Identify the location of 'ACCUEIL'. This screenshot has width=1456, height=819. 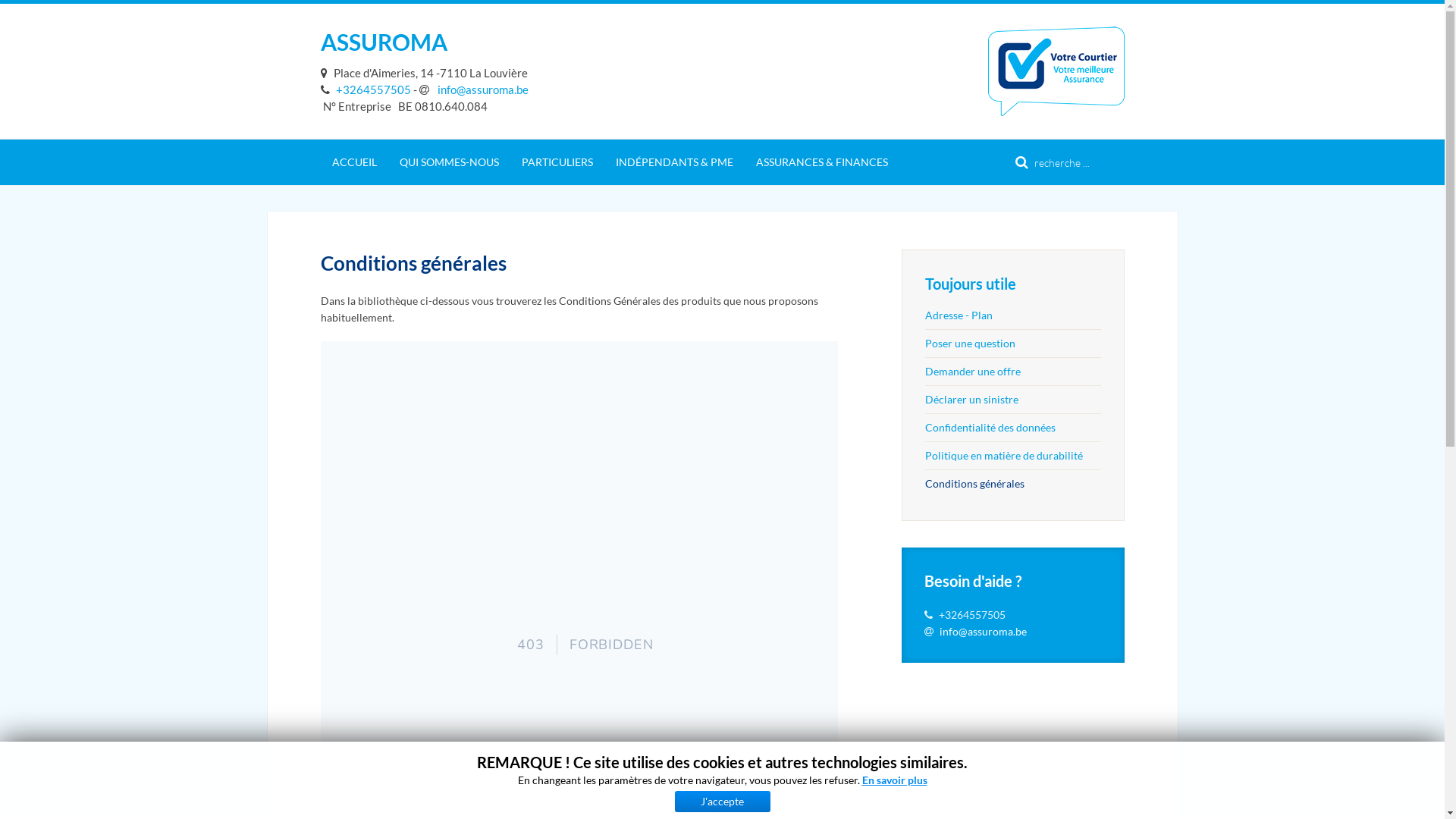
(353, 162).